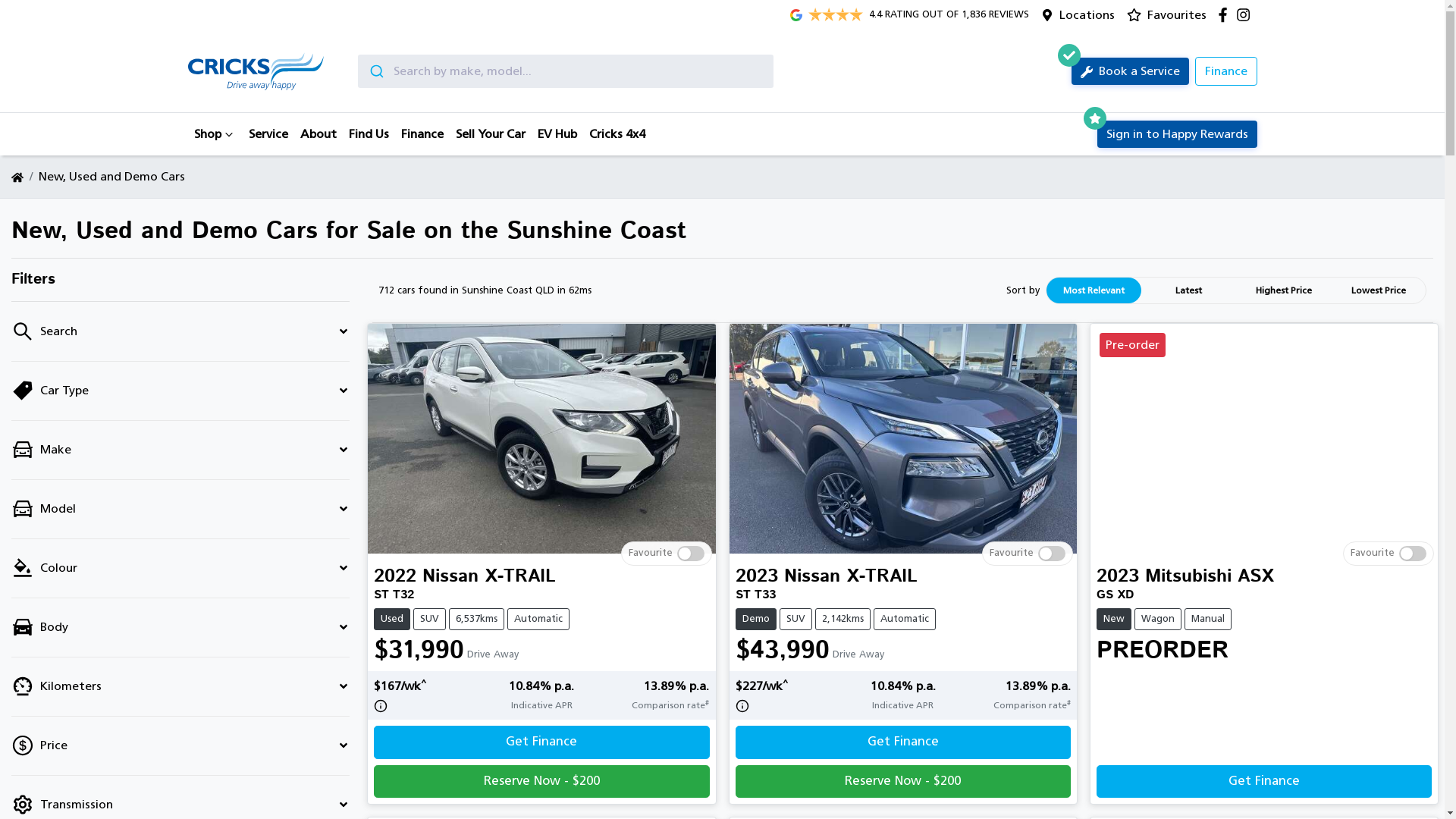 This screenshot has width=1456, height=819. What do you see at coordinates (180, 331) in the screenshot?
I see `'Search'` at bounding box center [180, 331].